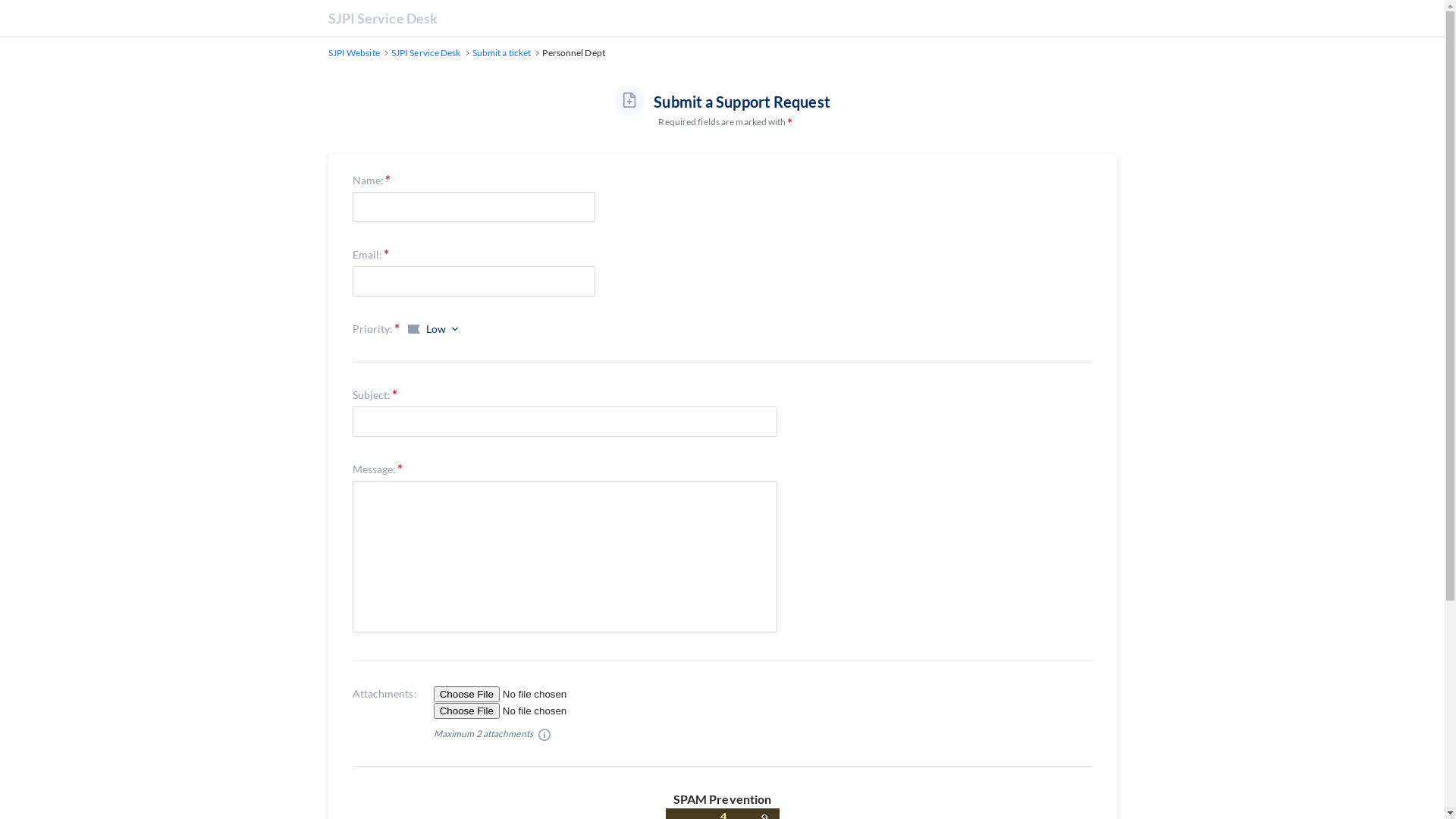  What do you see at coordinates (327, 52) in the screenshot?
I see `'SJPI Website'` at bounding box center [327, 52].